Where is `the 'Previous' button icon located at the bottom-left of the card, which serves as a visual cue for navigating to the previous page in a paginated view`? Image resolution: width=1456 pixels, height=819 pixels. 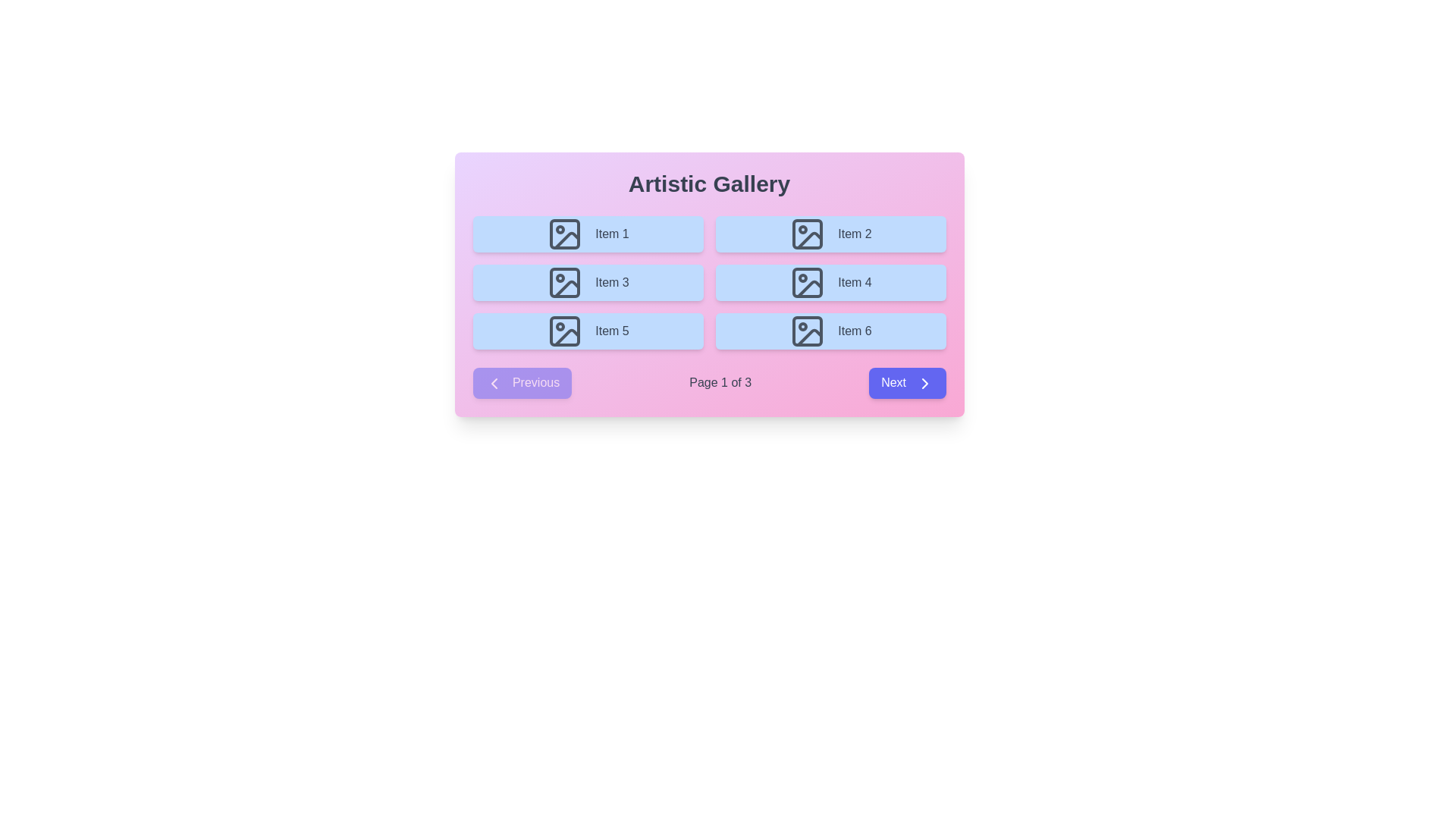 the 'Previous' button icon located at the bottom-left of the card, which serves as a visual cue for navigating to the previous page in a paginated view is located at coordinates (494, 382).